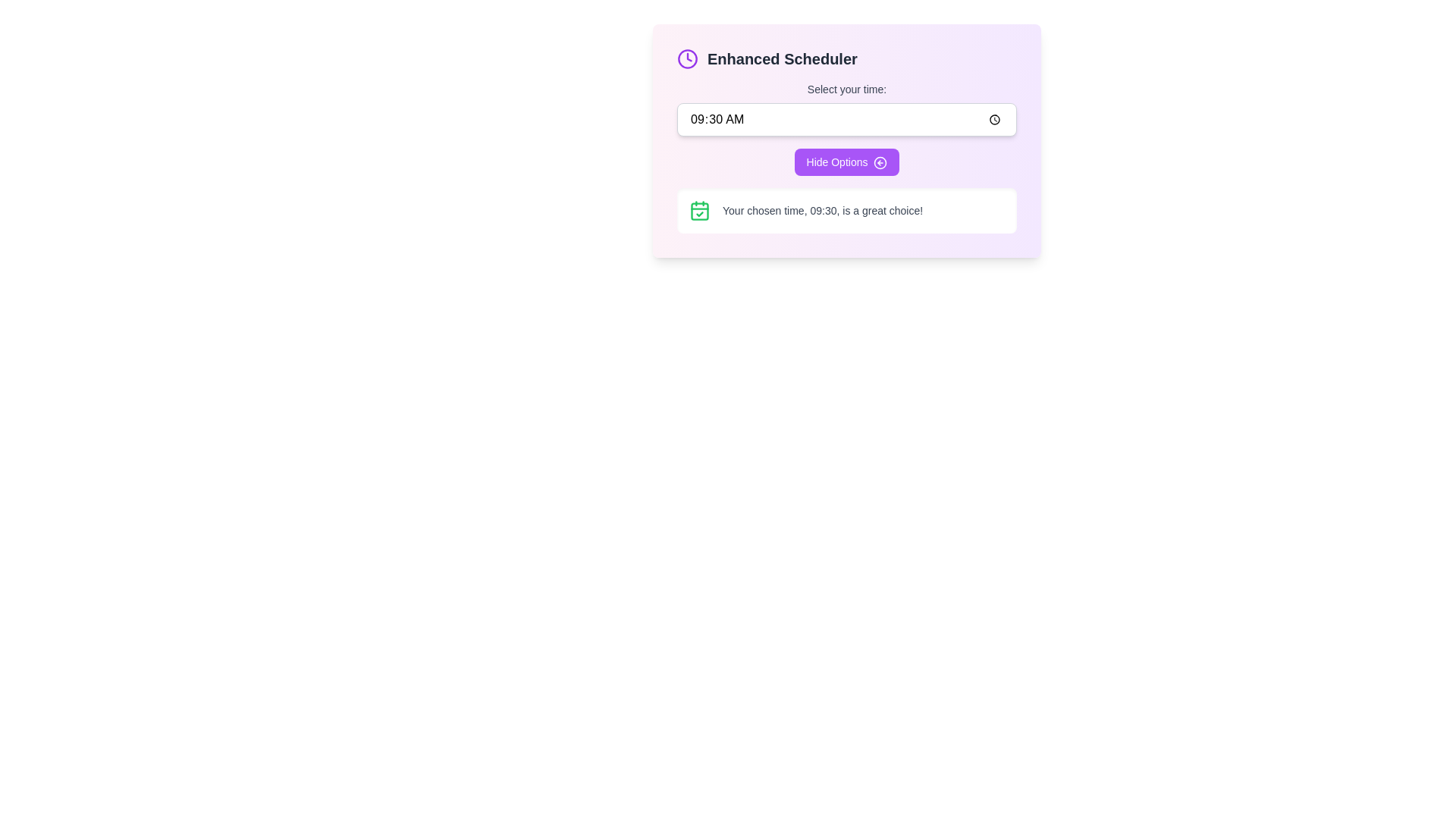 This screenshot has height=819, width=1456. What do you see at coordinates (687, 58) in the screenshot?
I see `the decorative circular shape with a purple outline located at the center of the clock icon in the top-left region of the scheduler card, preceding the text labeled 'Enhanced Scheduler.'` at bounding box center [687, 58].